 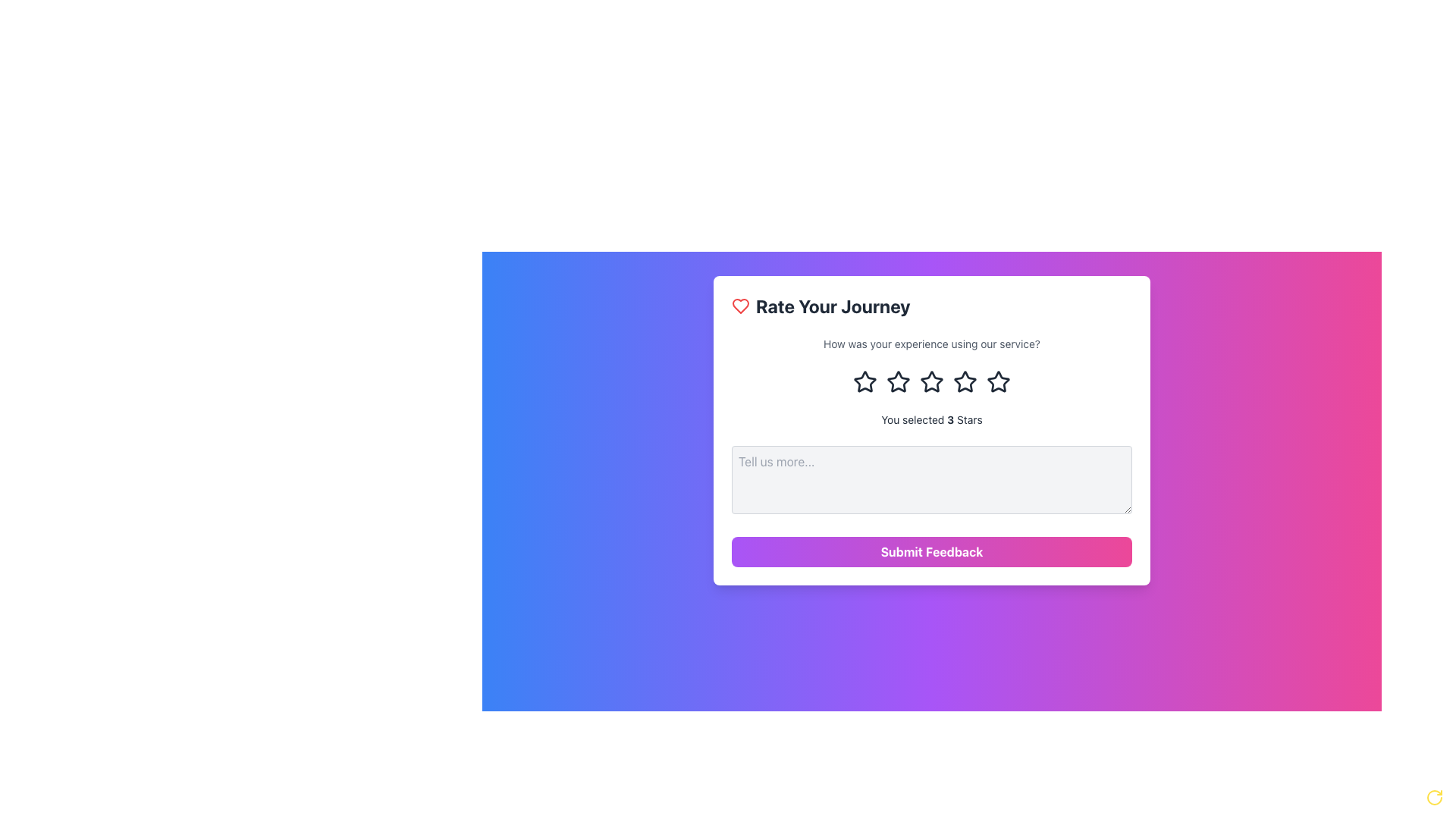 I want to click on the third star icon, which is outlined and represents a rating symbol in the feedback form, to rate it, so click(x=930, y=381).